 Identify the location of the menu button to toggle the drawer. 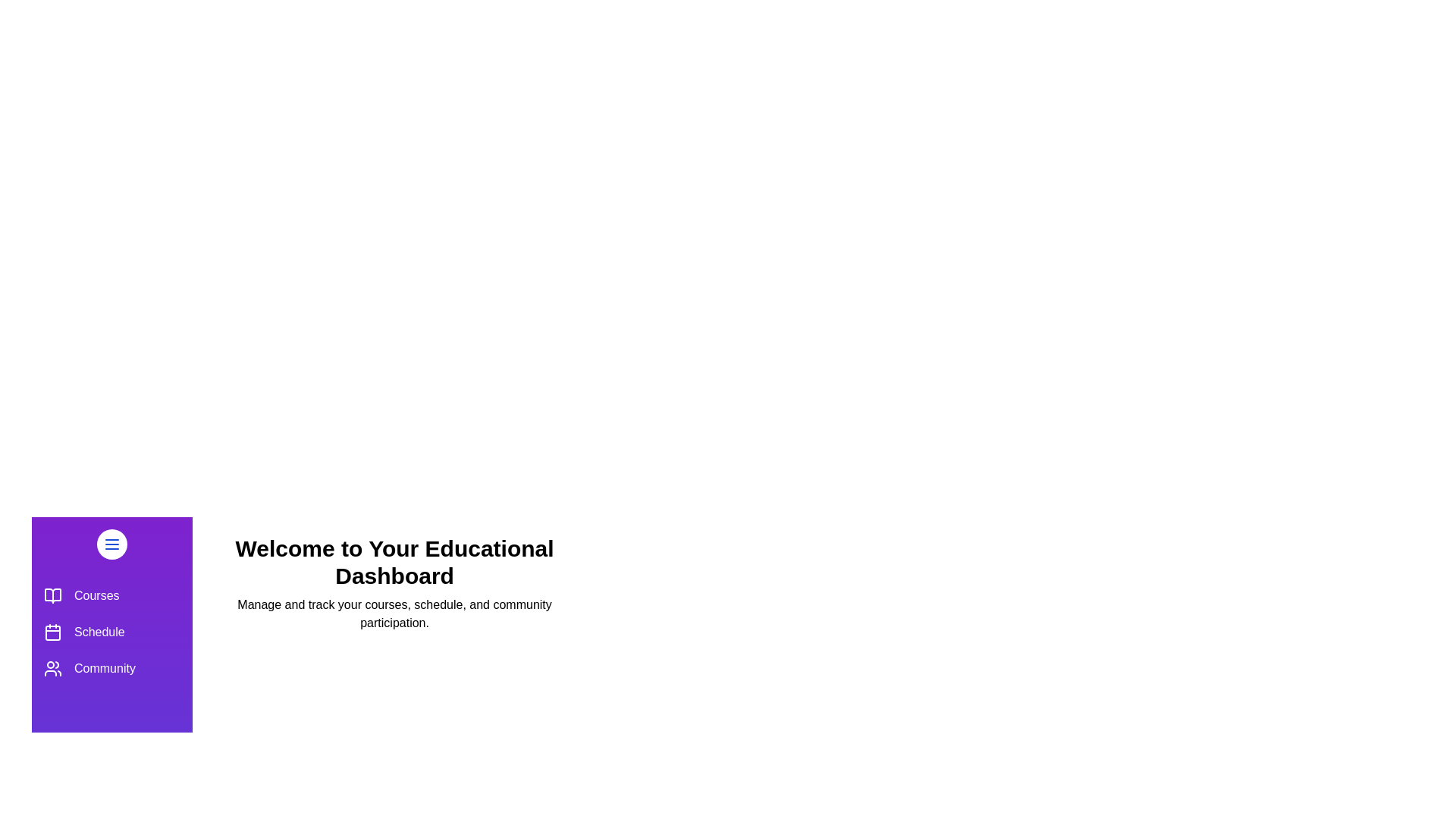
(111, 543).